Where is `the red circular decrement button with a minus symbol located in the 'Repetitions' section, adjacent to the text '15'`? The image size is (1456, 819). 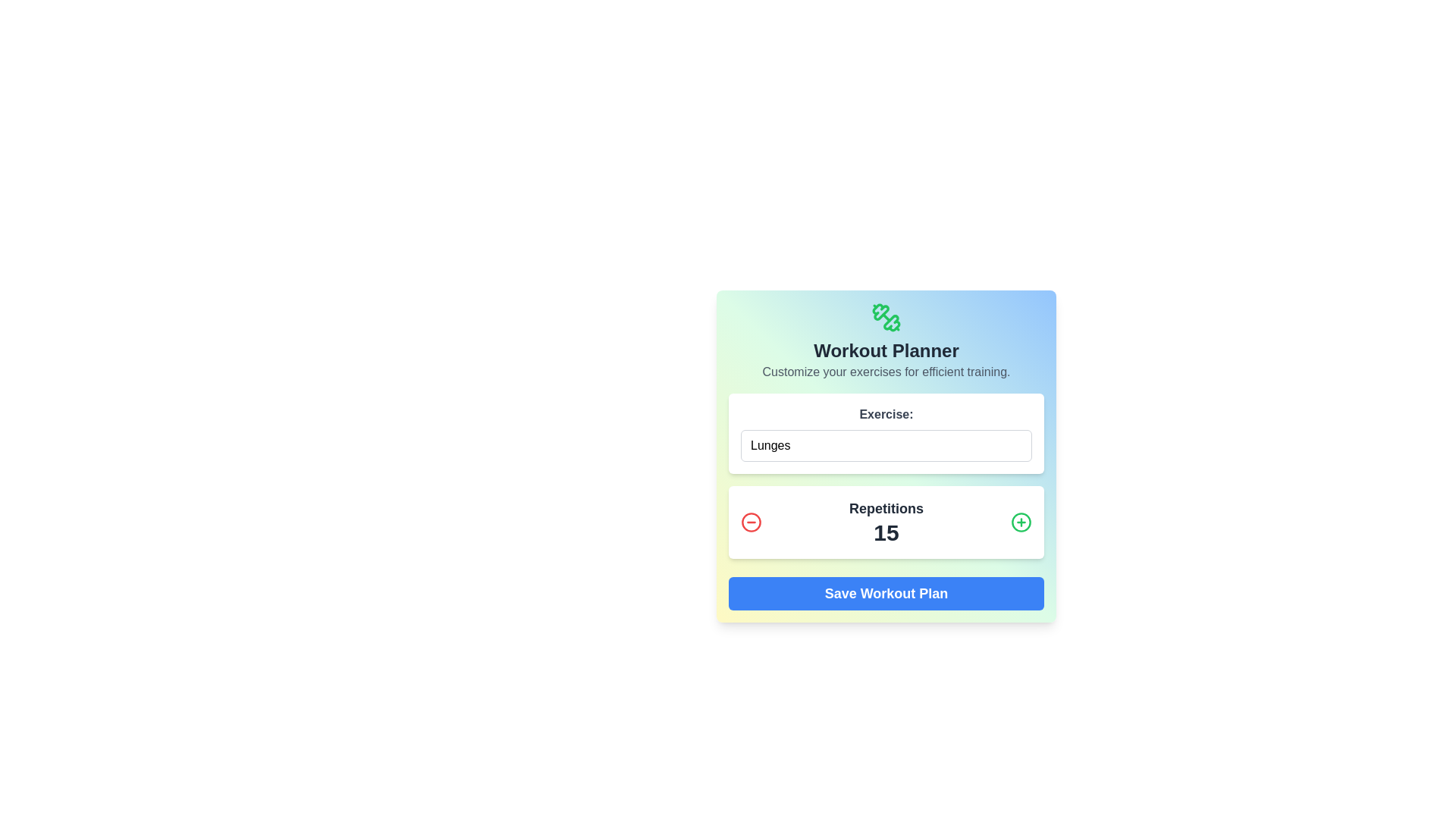 the red circular decrement button with a minus symbol located in the 'Repetitions' section, adjacent to the text '15' is located at coordinates (751, 522).